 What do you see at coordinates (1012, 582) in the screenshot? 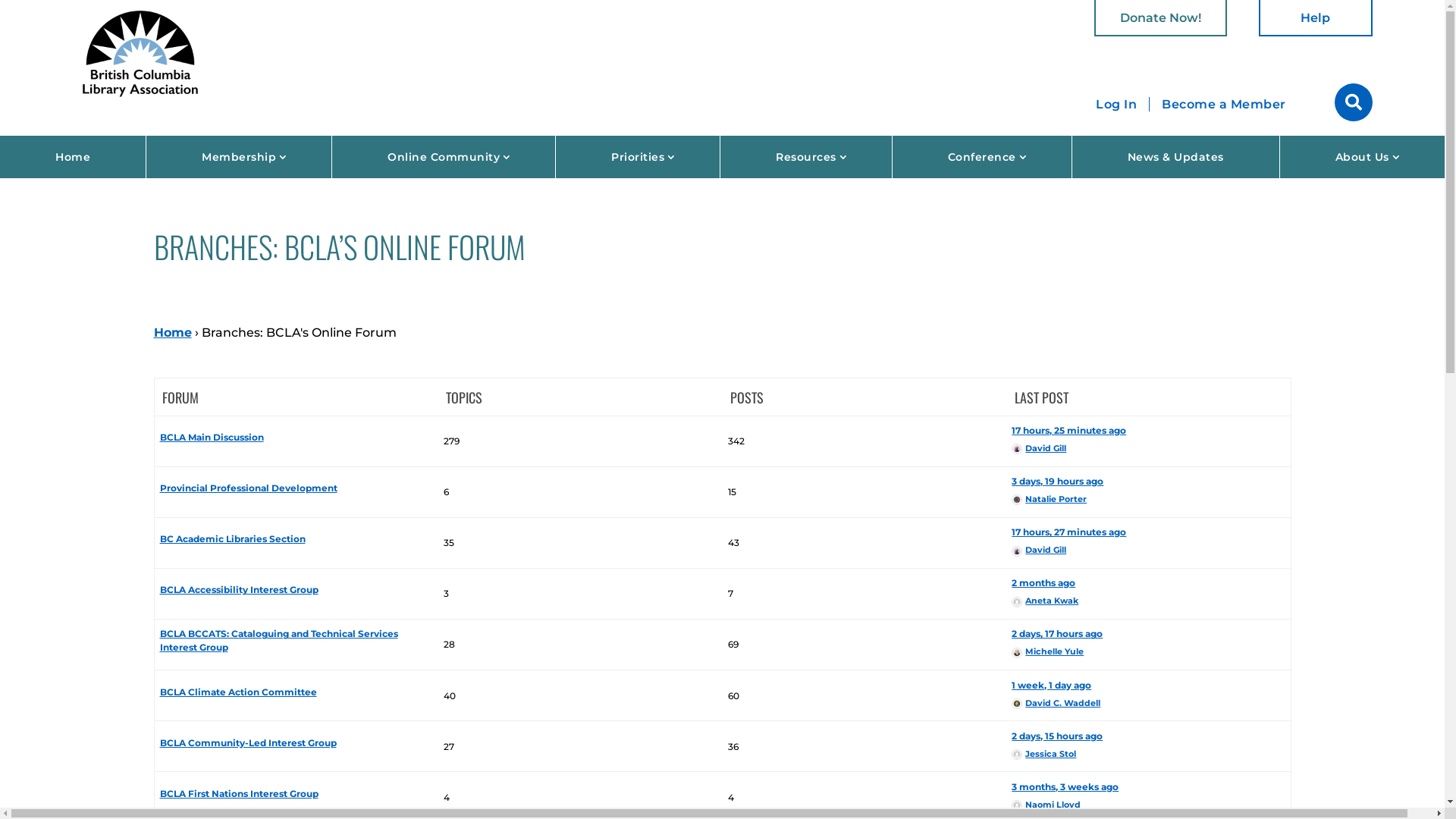
I see `'2 months ago'` at bounding box center [1012, 582].